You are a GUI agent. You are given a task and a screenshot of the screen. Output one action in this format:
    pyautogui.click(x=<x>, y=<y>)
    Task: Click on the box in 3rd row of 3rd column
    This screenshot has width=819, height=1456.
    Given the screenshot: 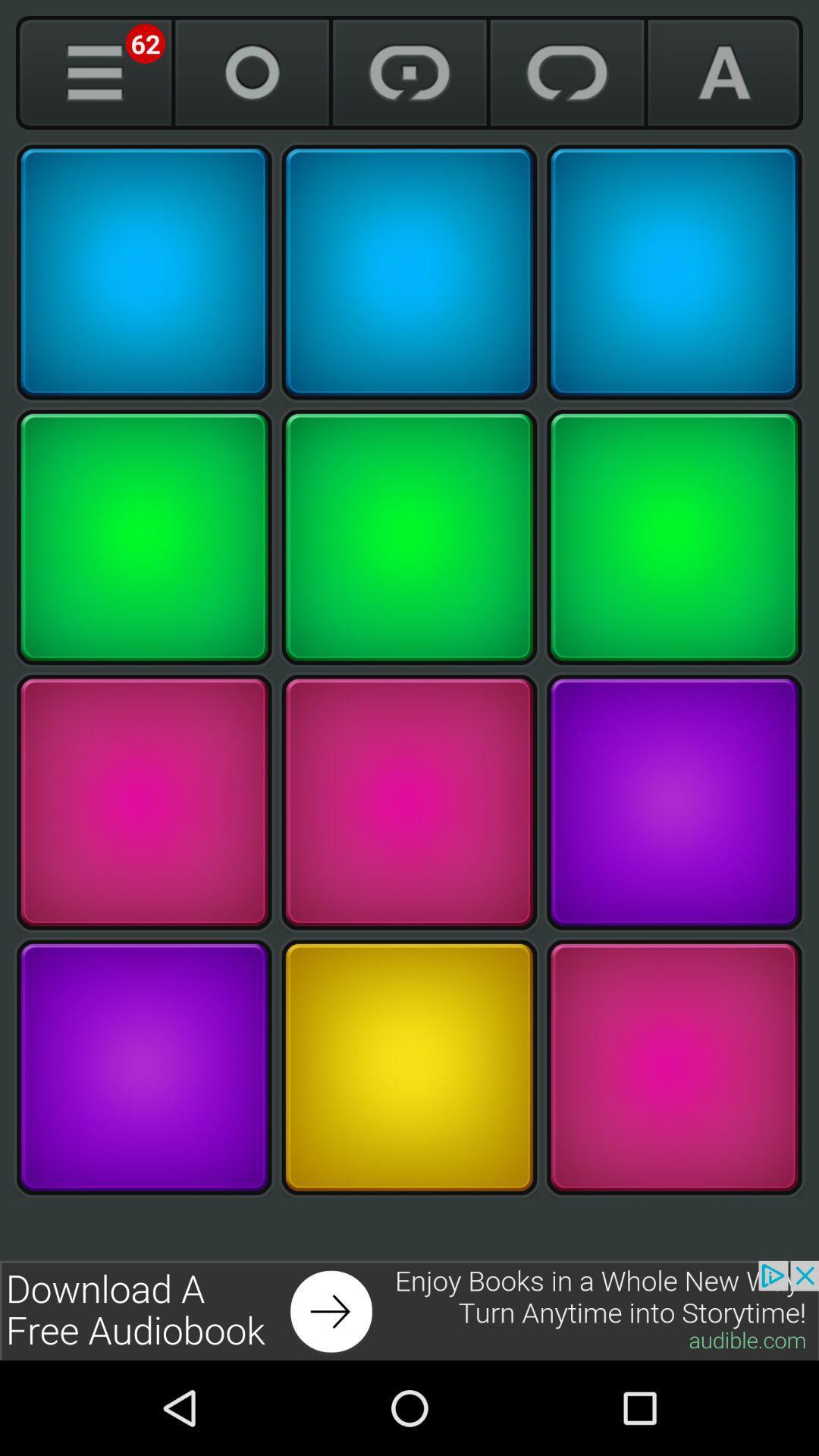 What is the action you would take?
    pyautogui.click(x=673, y=802)
    